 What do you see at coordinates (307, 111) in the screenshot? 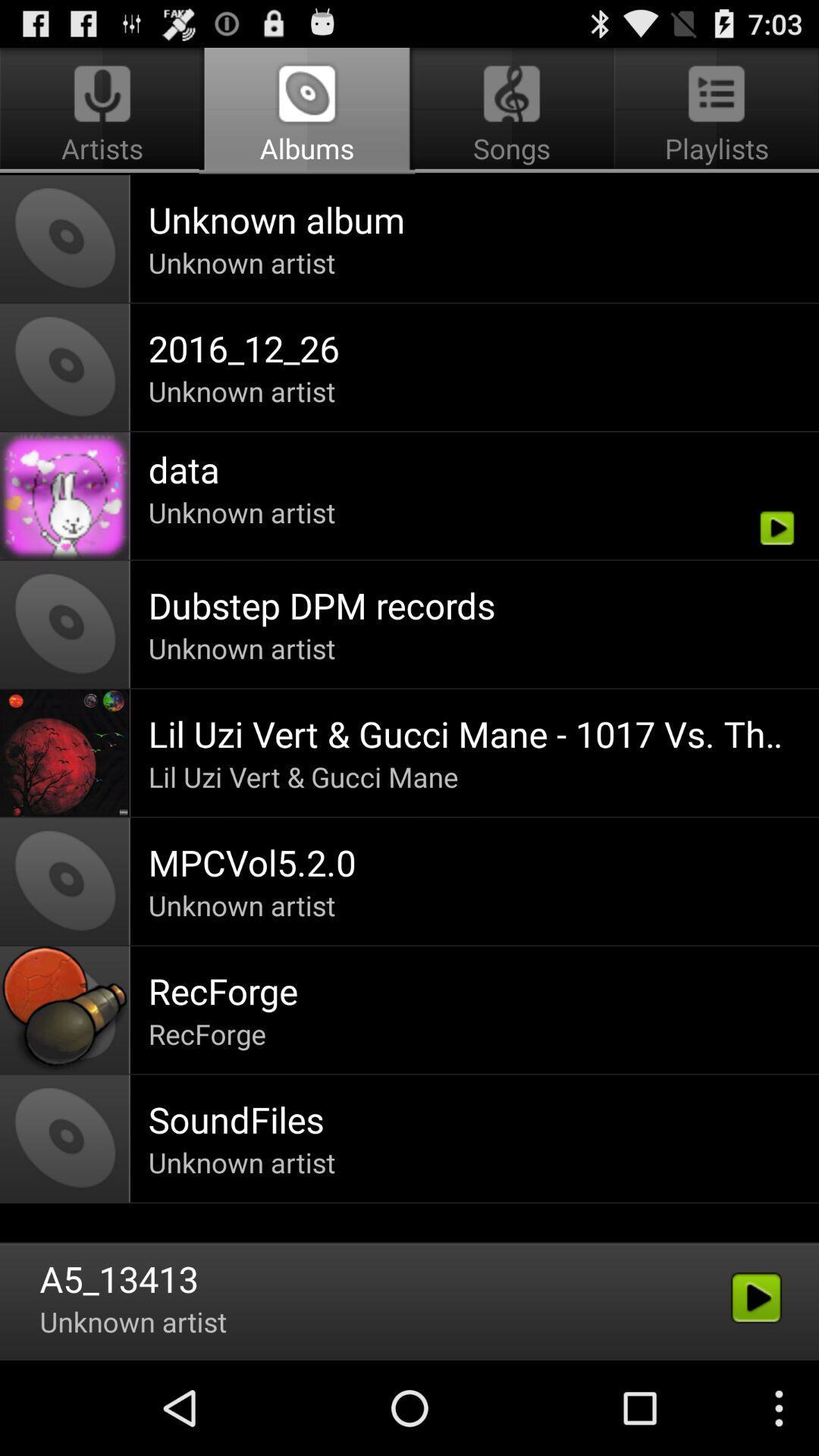
I see `albums` at bounding box center [307, 111].